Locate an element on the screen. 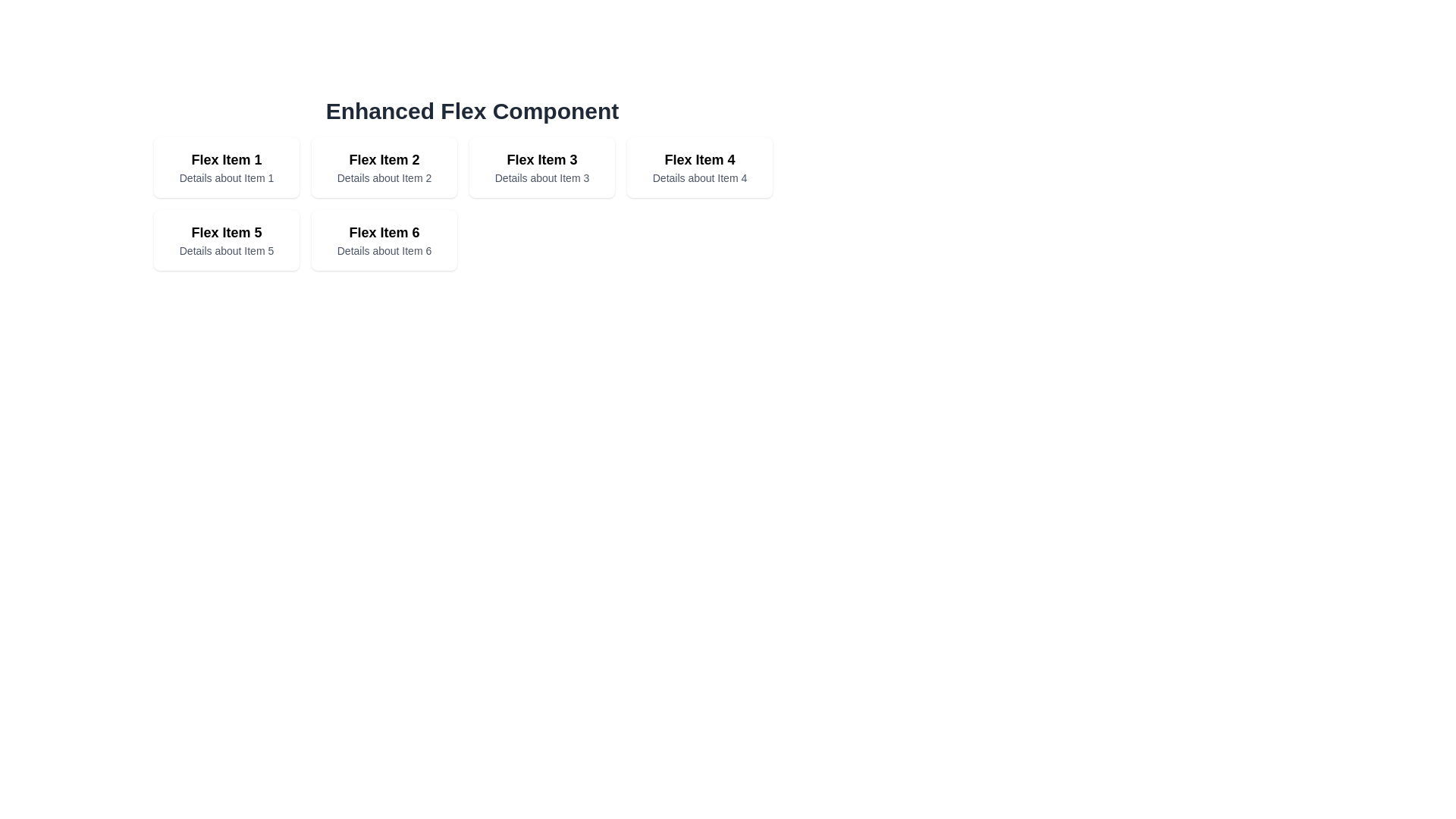 The image size is (1456, 819). keyboard navigation is located at coordinates (384, 250).